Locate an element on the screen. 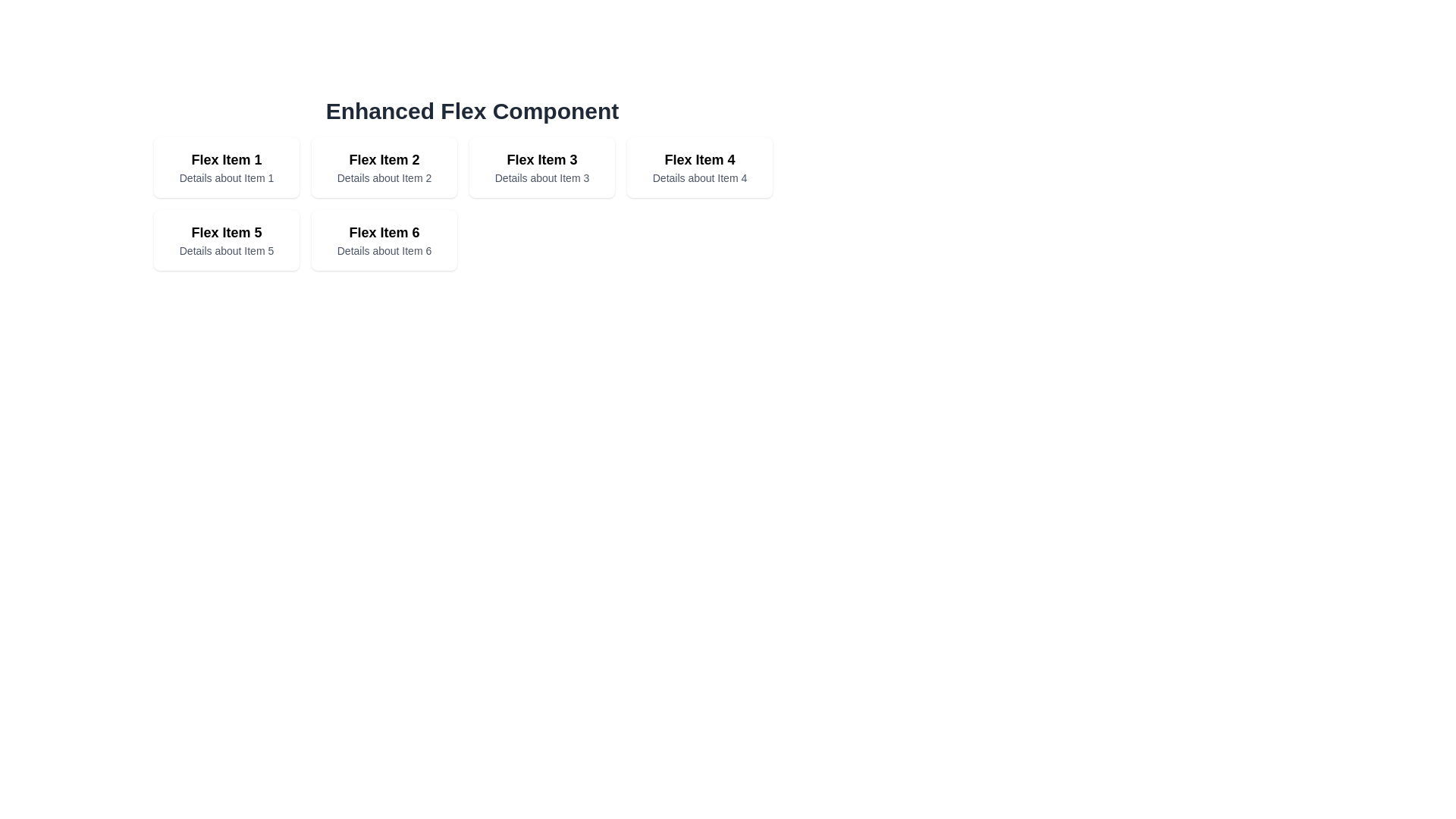 The image size is (1456, 819). keyboard navigation is located at coordinates (384, 250).